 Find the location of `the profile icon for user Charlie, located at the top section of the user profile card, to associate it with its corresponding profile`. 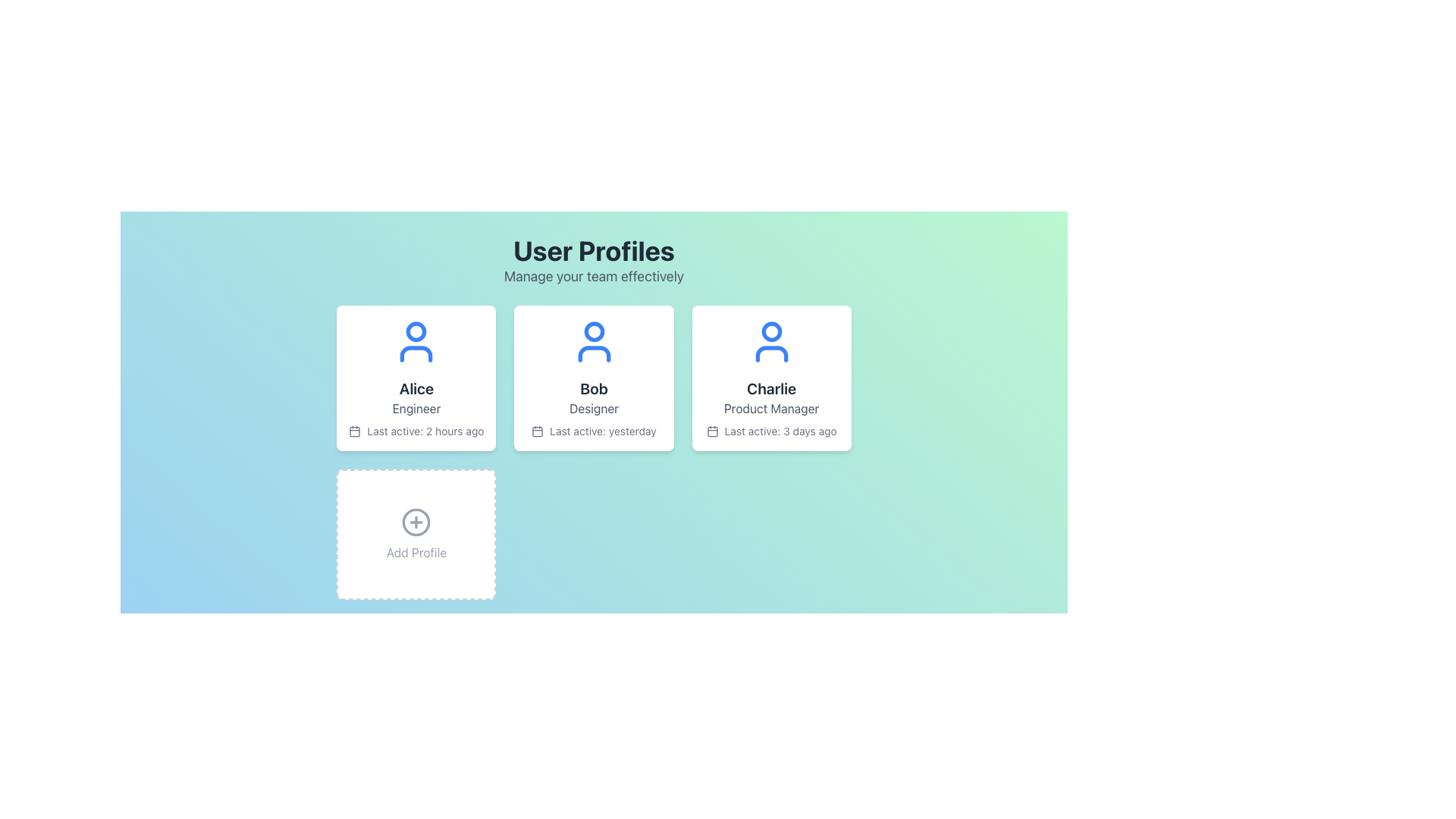

the profile icon for user Charlie, located at the top section of the user profile card, to associate it with its corresponding profile is located at coordinates (771, 342).